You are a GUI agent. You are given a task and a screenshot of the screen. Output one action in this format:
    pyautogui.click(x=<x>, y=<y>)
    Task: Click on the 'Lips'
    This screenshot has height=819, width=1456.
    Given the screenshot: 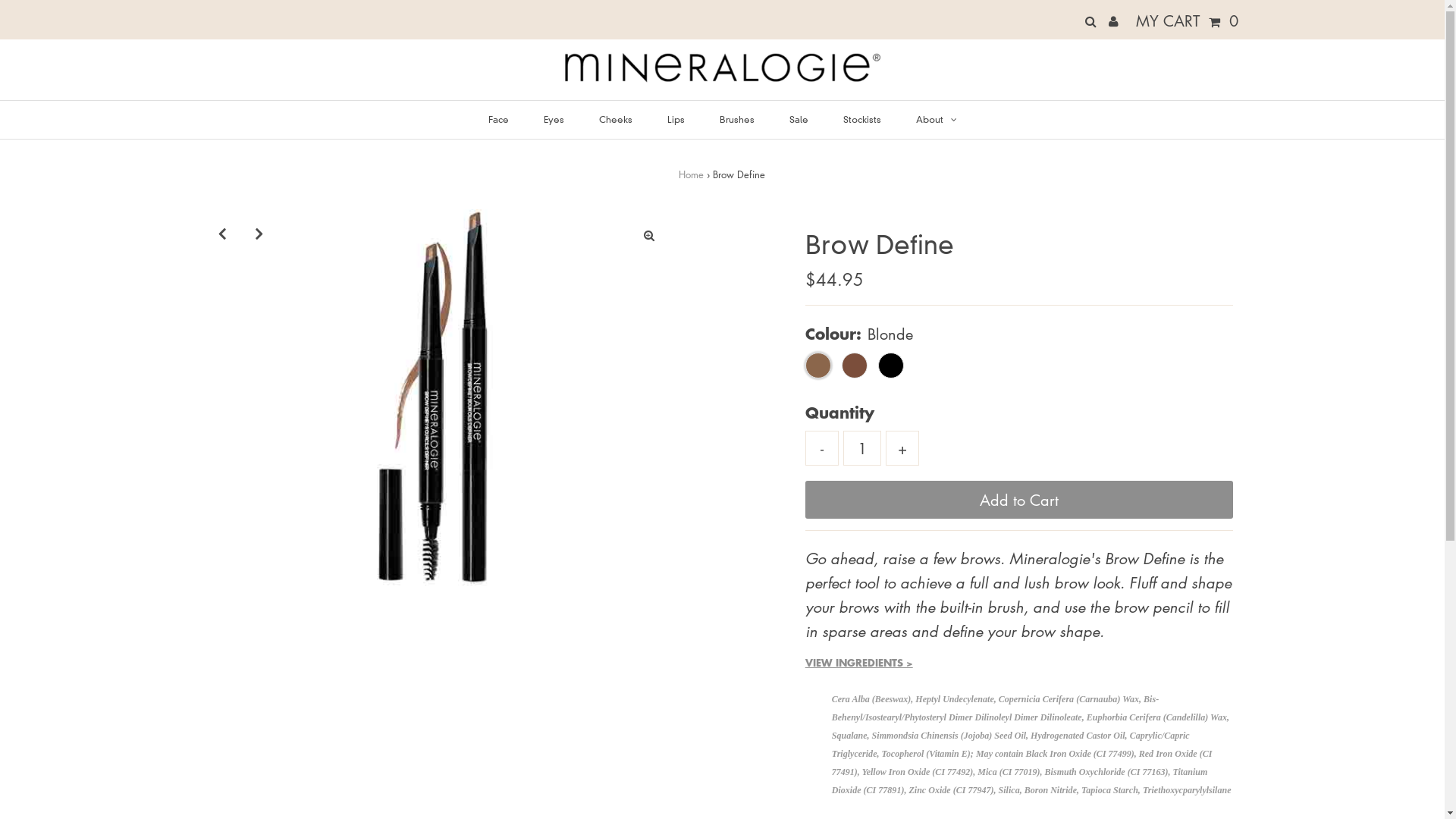 What is the action you would take?
    pyautogui.click(x=675, y=119)
    